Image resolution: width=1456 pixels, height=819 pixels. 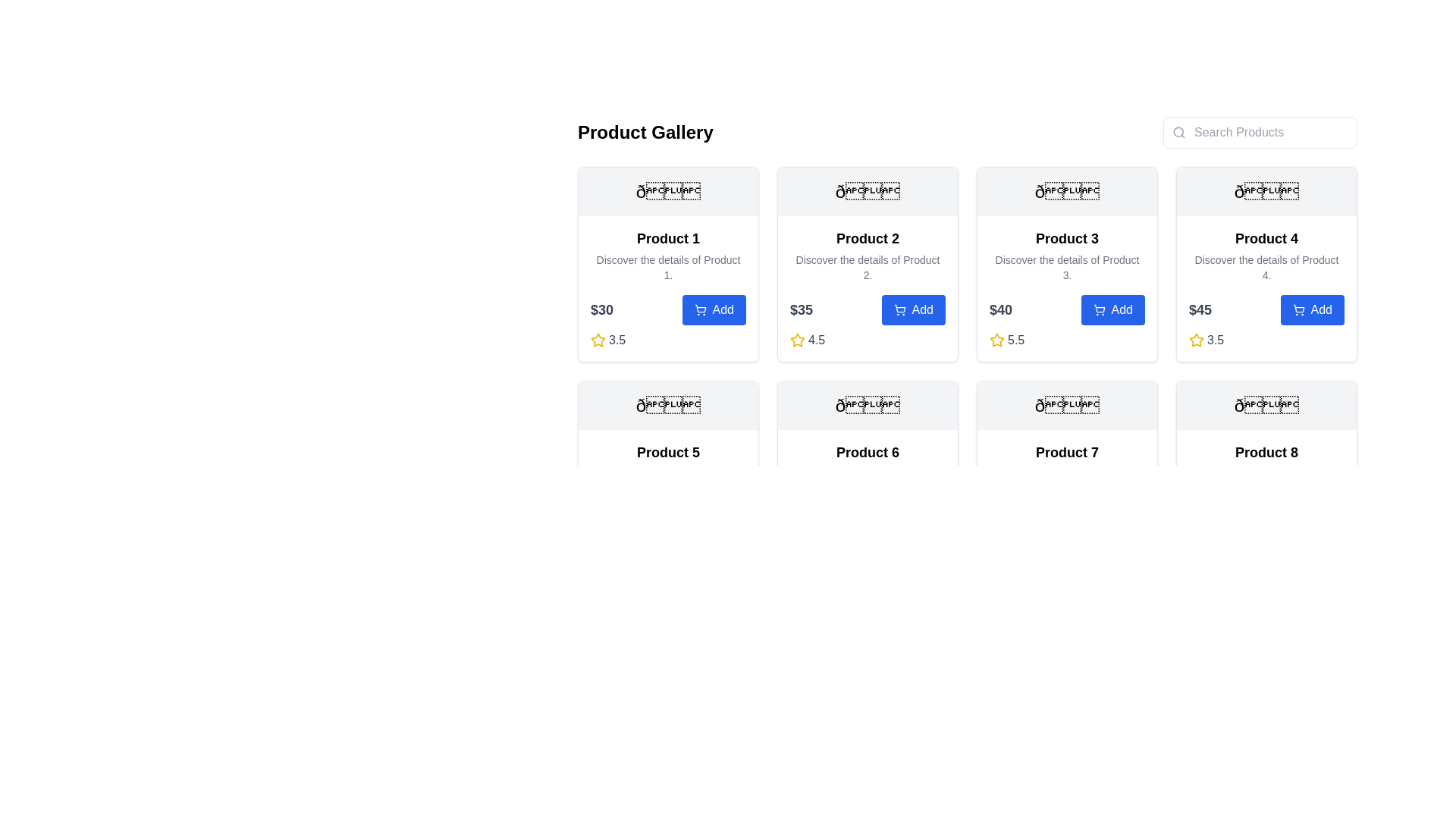 I want to click on the decorative emblem or icon located at the top center section of the card for 'Product 2', which enhances visual appeal and identifies the product, so click(x=868, y=191).